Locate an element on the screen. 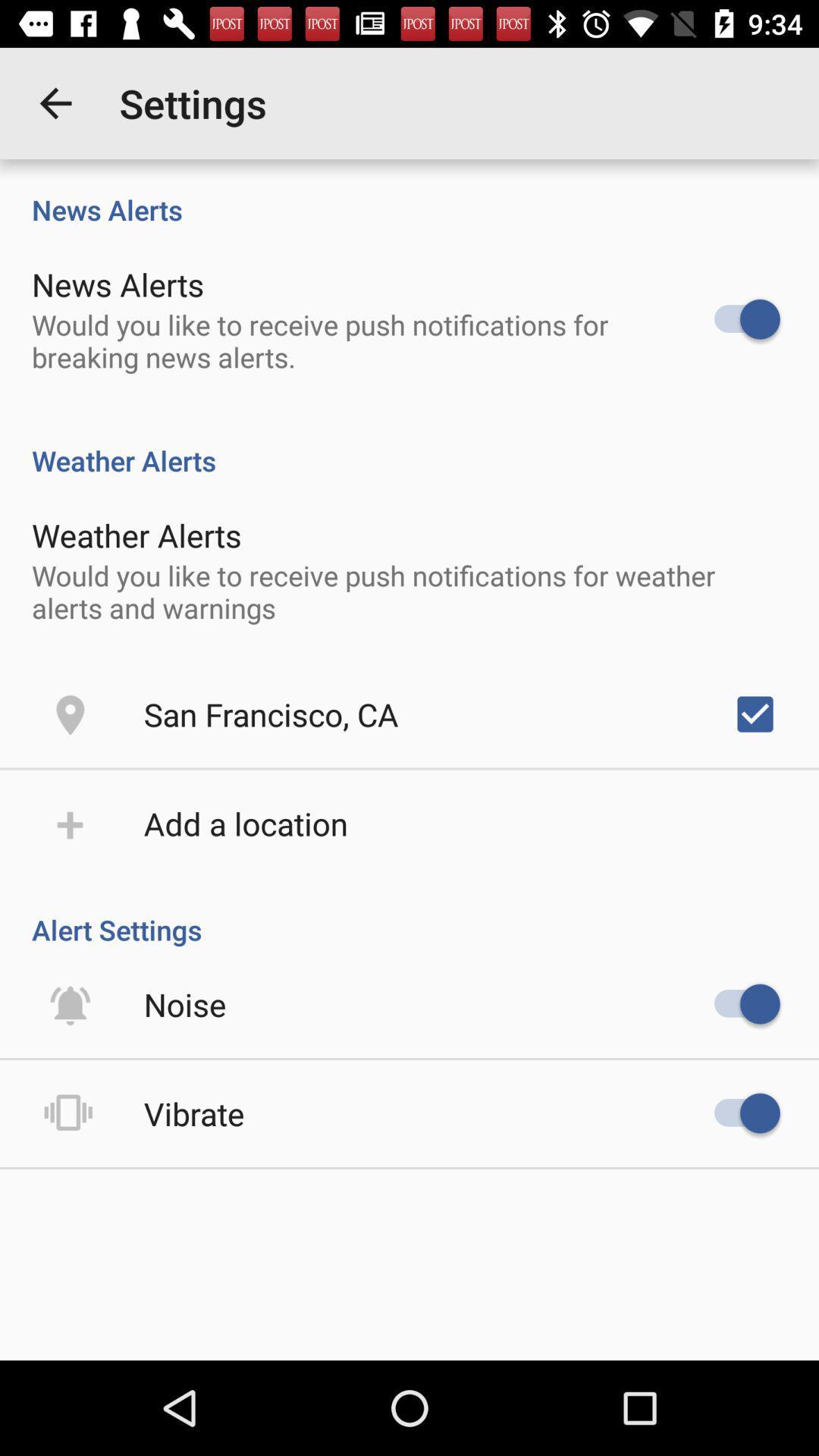 Image resolution: width=819 pixels, height=1456 pixels. app next to settings  icon is located at coordinates (55, 102).